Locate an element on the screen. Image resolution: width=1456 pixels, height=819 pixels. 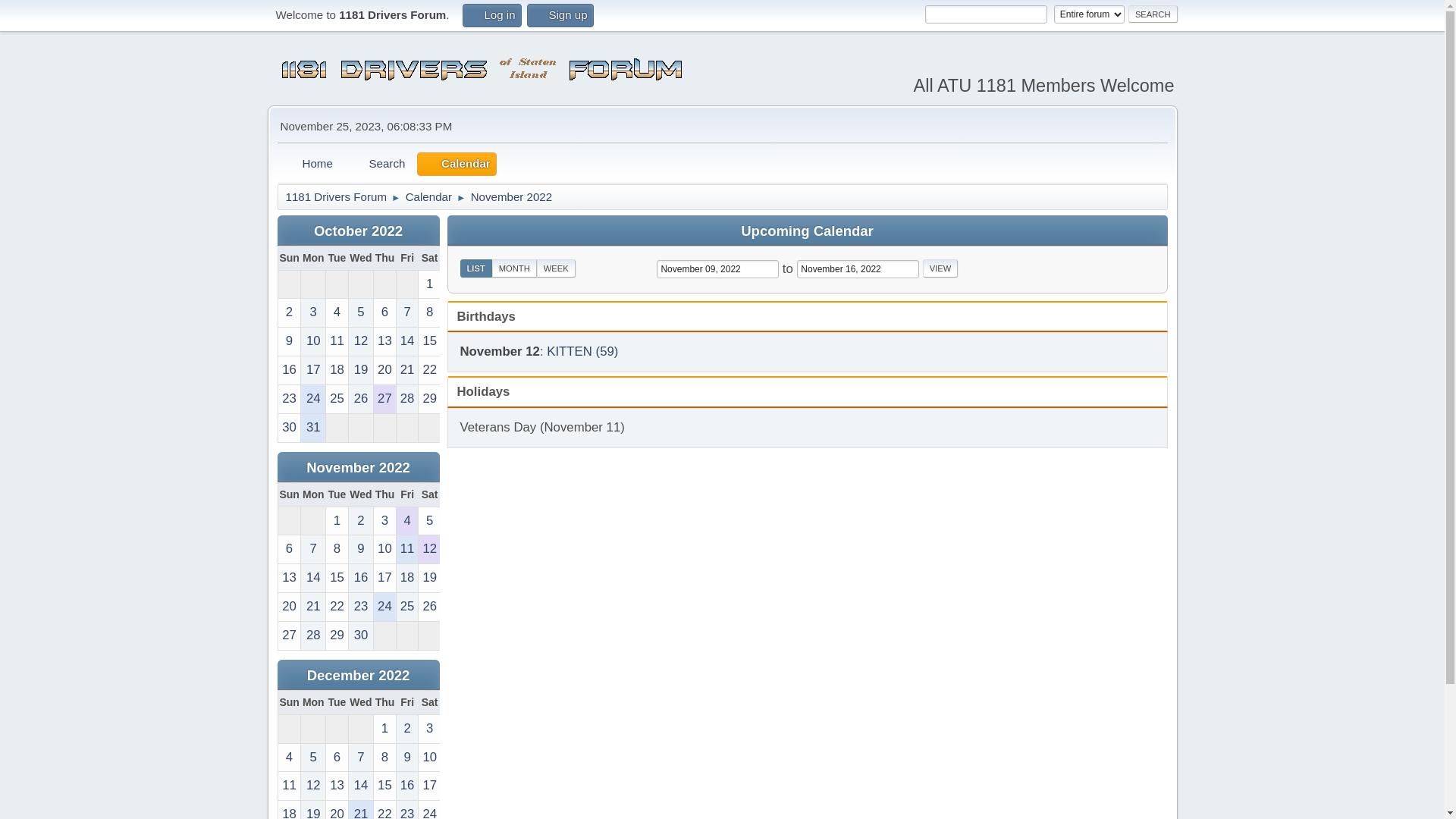
'19' is located at coordinates (359, 370).